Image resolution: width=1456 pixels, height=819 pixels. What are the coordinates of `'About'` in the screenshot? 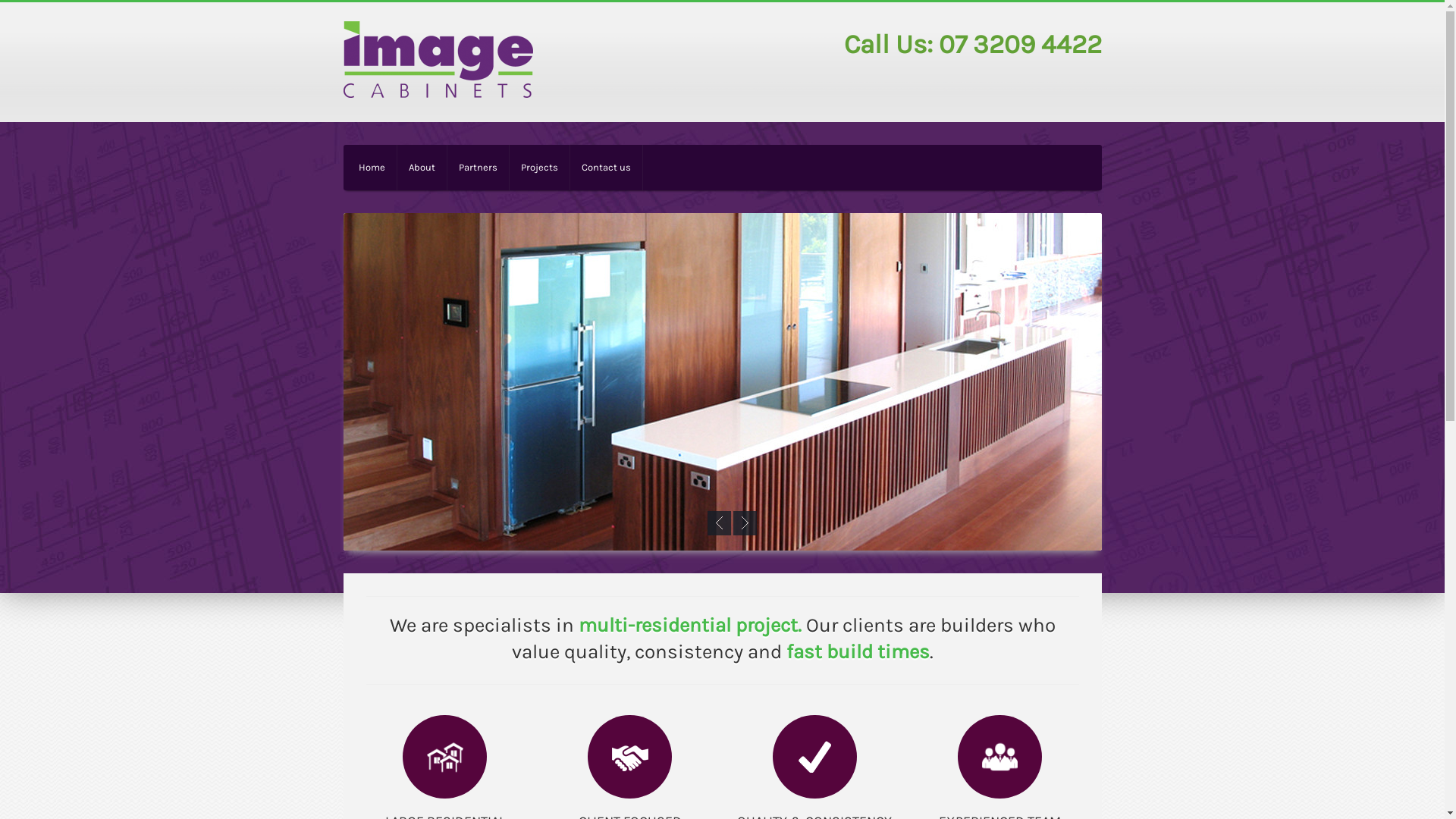 It's located at (397, 166).